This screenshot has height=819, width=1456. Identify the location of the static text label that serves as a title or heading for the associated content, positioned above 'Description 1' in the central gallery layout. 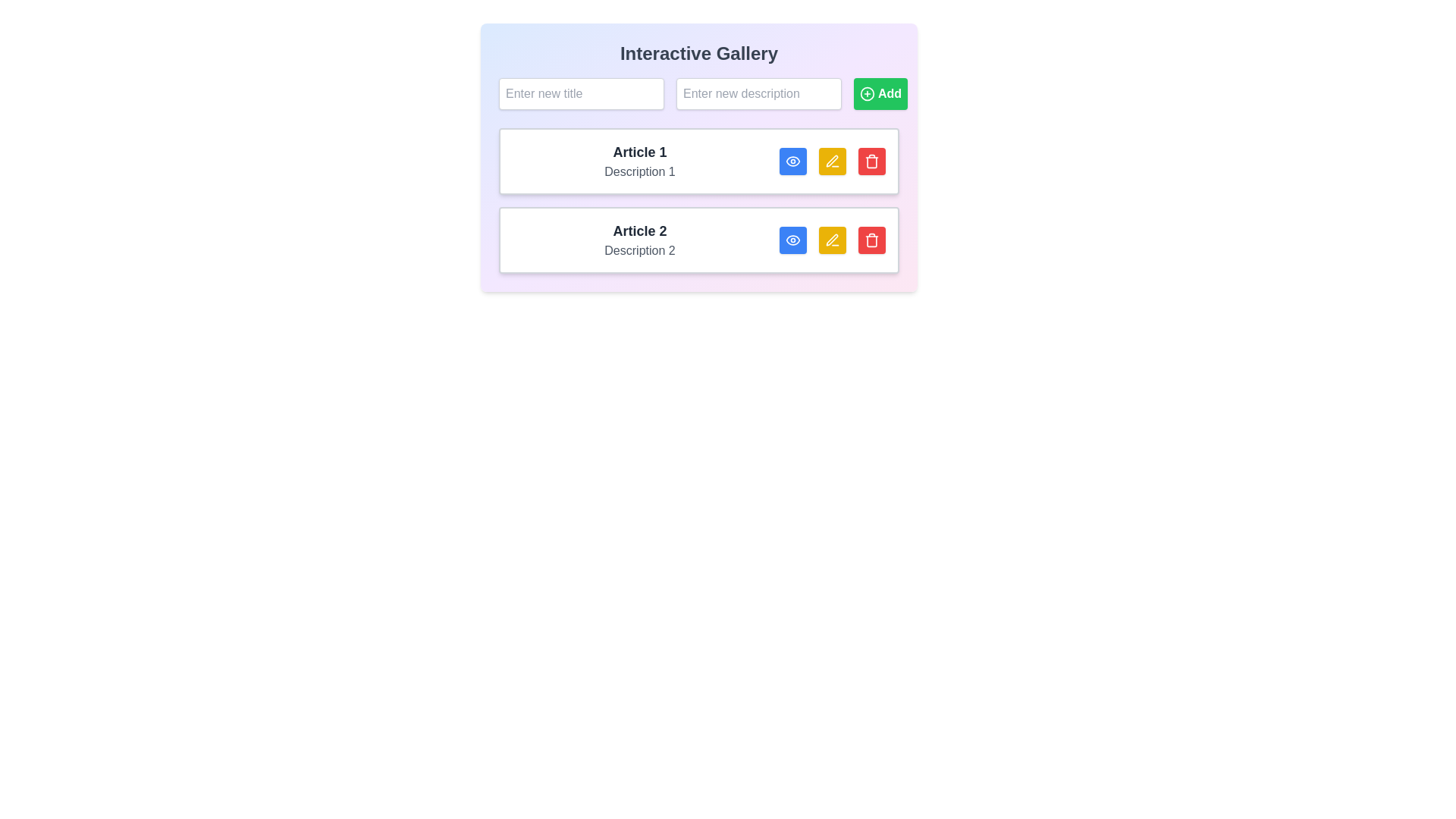
(640, 152).